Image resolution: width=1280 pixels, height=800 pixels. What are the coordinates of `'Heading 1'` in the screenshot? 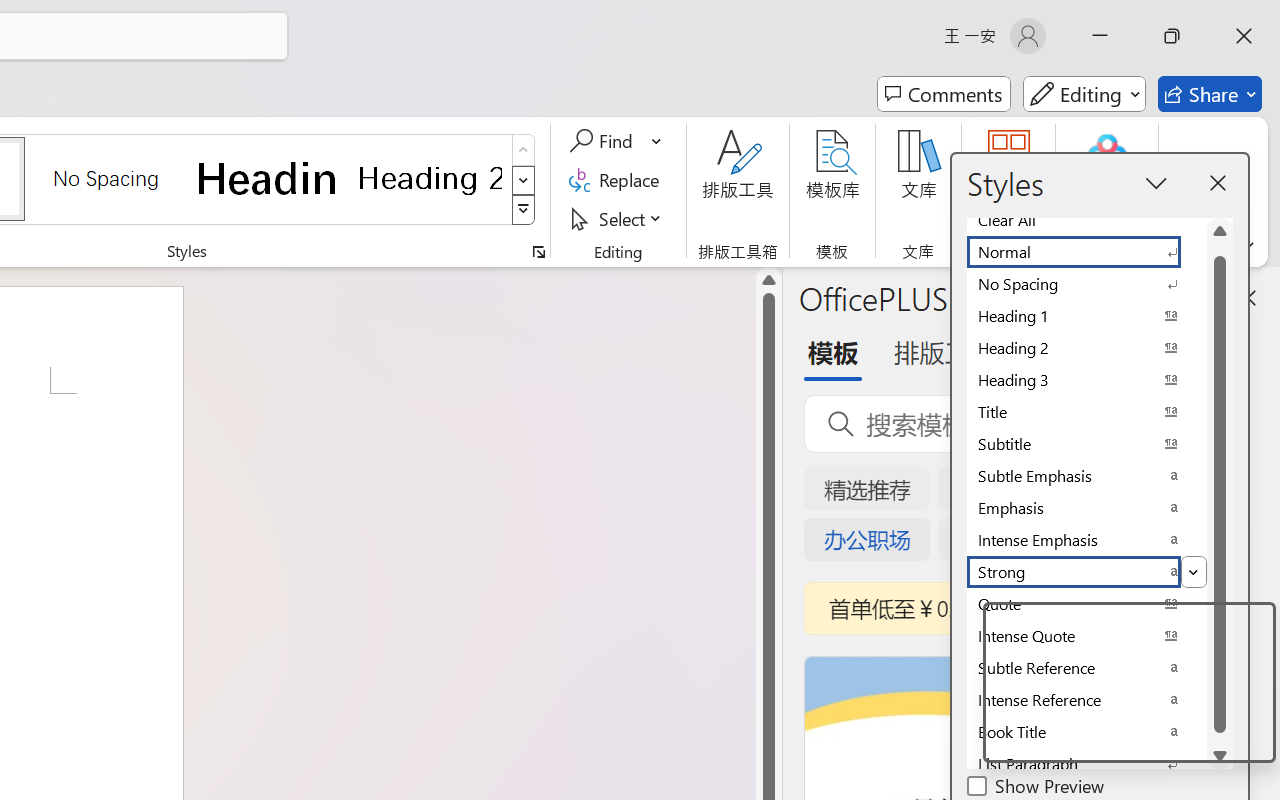 It's located at (267, 177).